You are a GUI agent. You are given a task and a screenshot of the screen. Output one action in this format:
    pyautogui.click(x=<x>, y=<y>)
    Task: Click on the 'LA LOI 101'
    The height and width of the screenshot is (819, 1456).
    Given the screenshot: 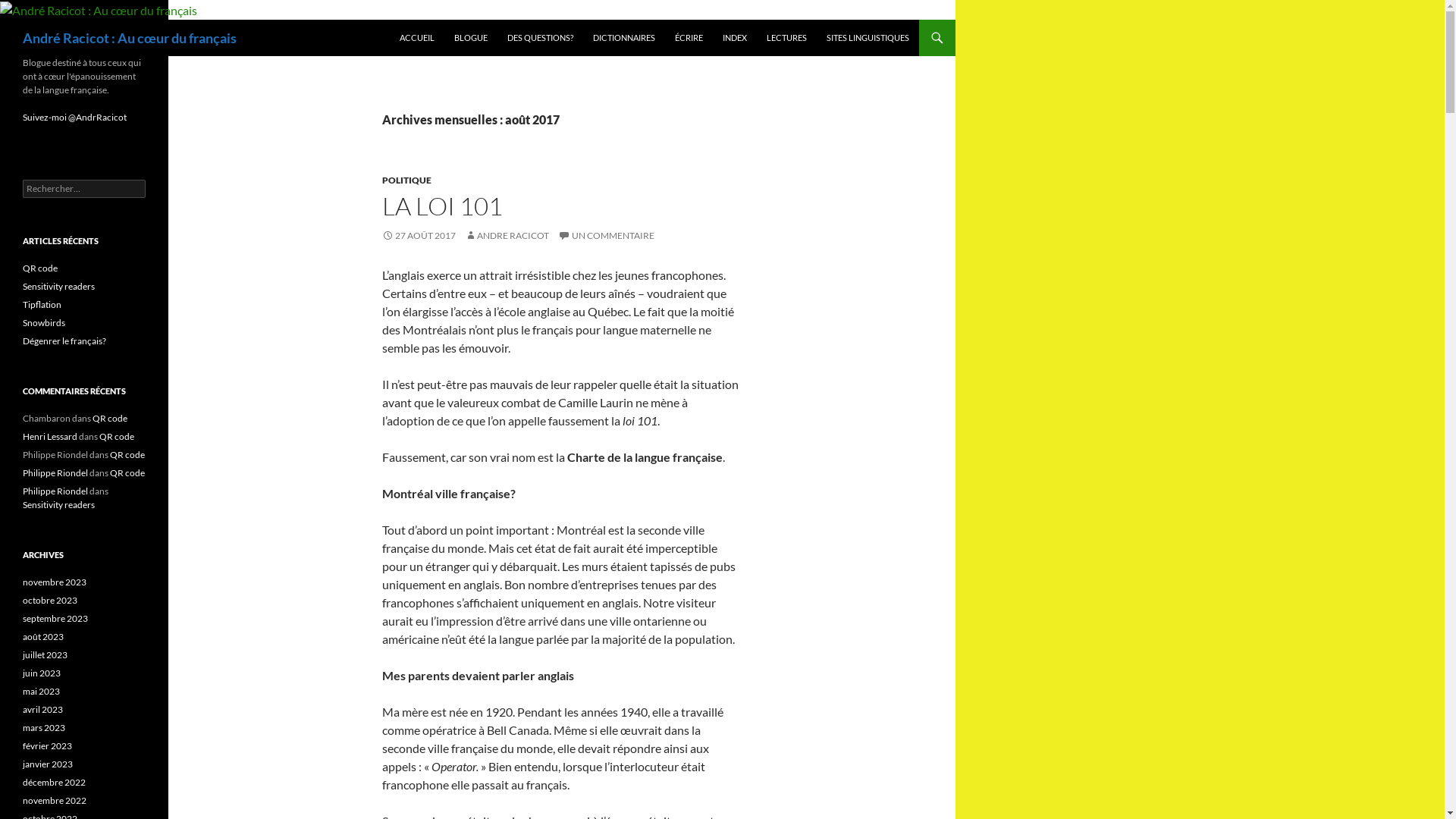 What is the action you would take?
    pyautogui.click(x=441, y=206)
    